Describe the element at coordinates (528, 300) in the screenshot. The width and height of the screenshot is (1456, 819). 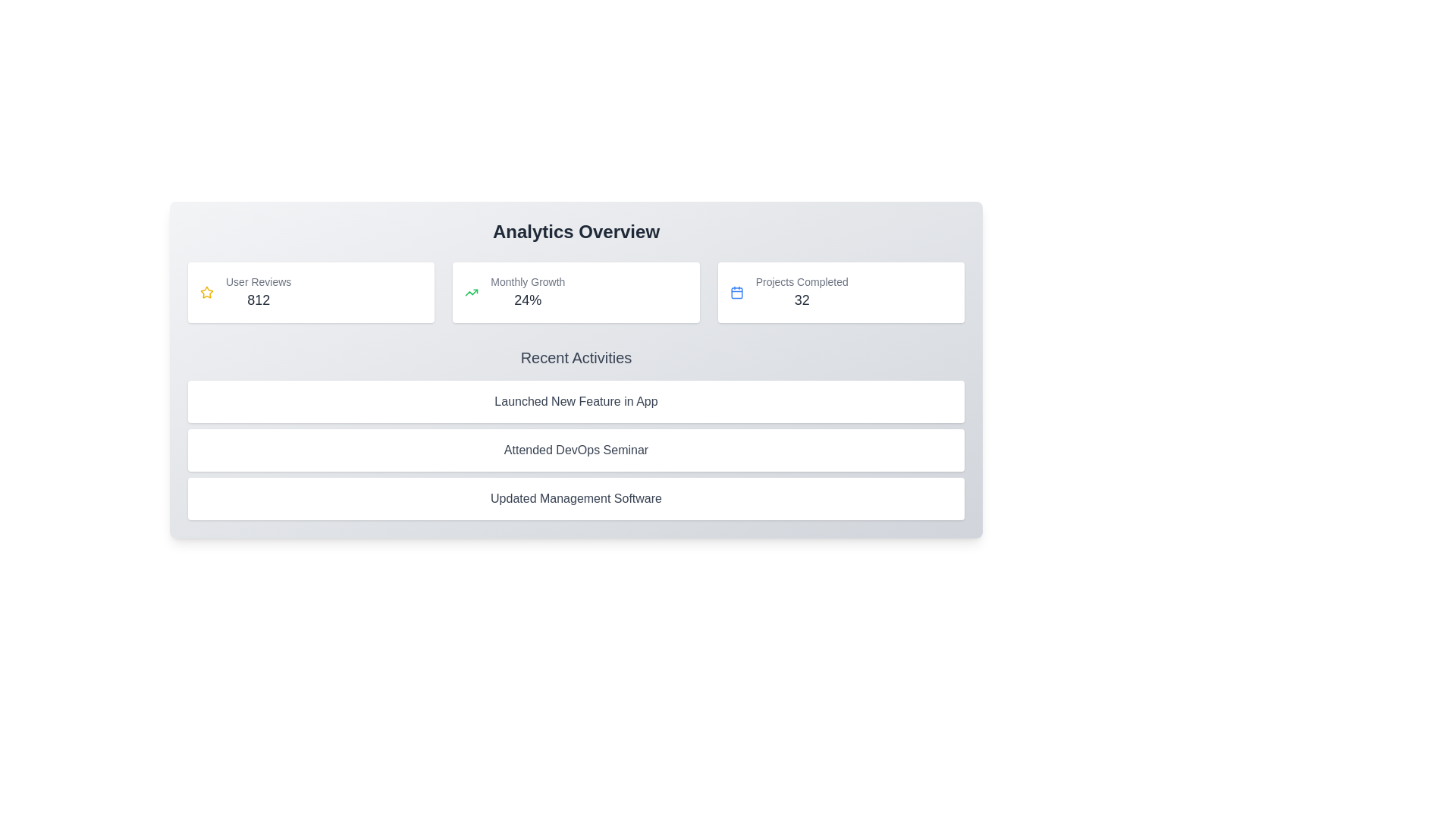
I see `the bold numeric percentage label displaying '24%' in dark grey, located below 'Monthly Growth' and centered in the top row of the layout` at that location.